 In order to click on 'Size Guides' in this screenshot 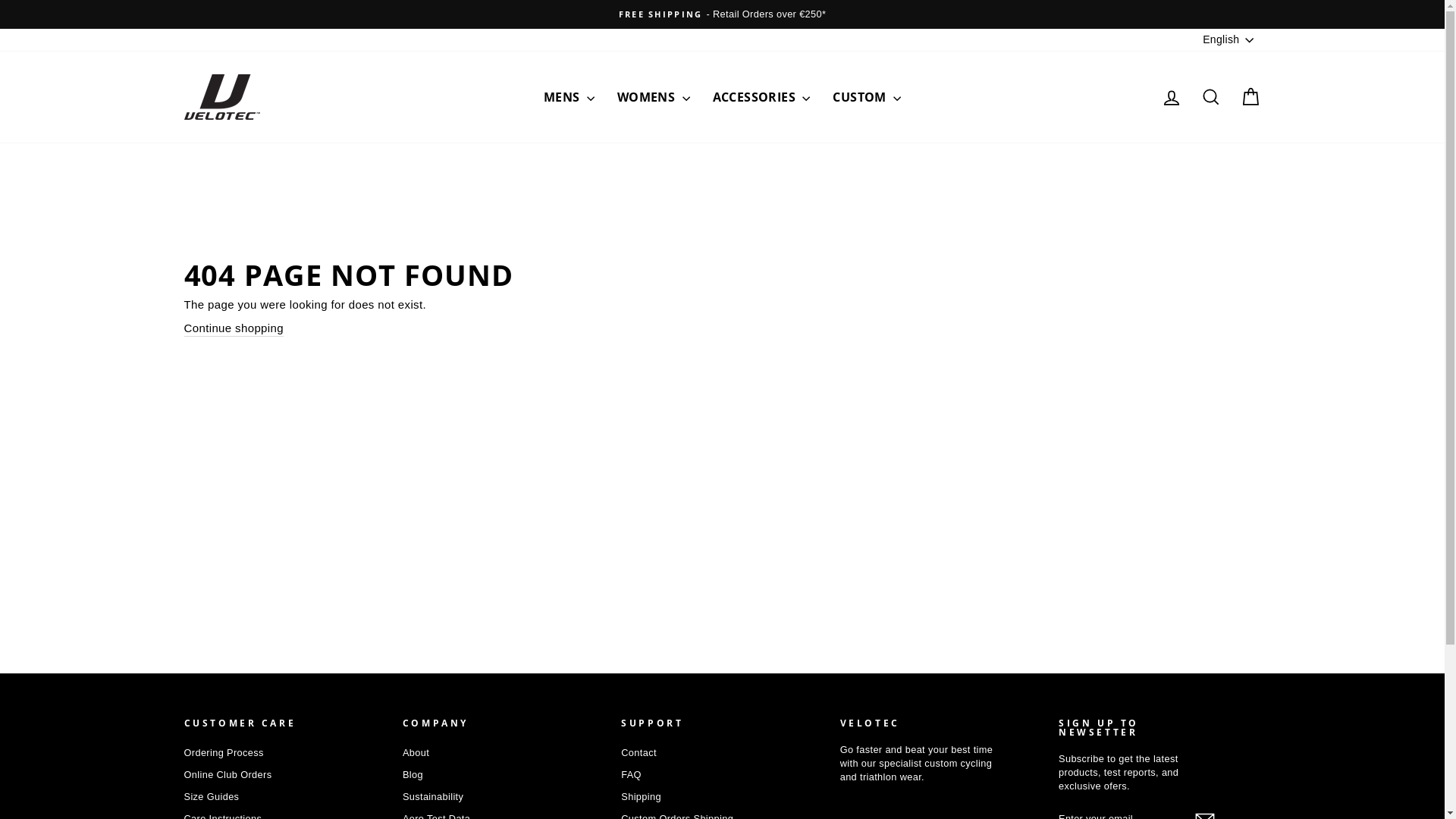, I will do `click(210, 795)`.